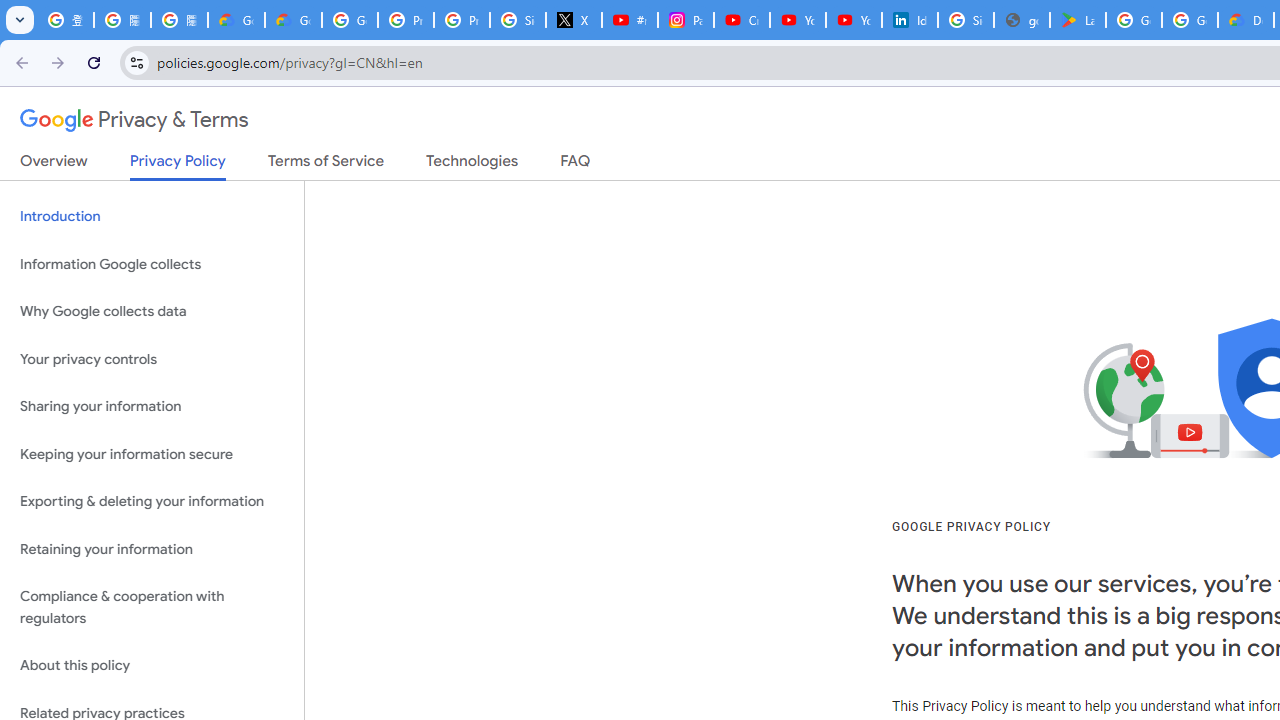 The height and width of the screenshot is (720, 1280). What do you see at coordinates (853, 20) in the screenshot?
I see `'YouTube Culture & Trends - YouTube Top 10, 2021'` at bounding box center [853, 20].